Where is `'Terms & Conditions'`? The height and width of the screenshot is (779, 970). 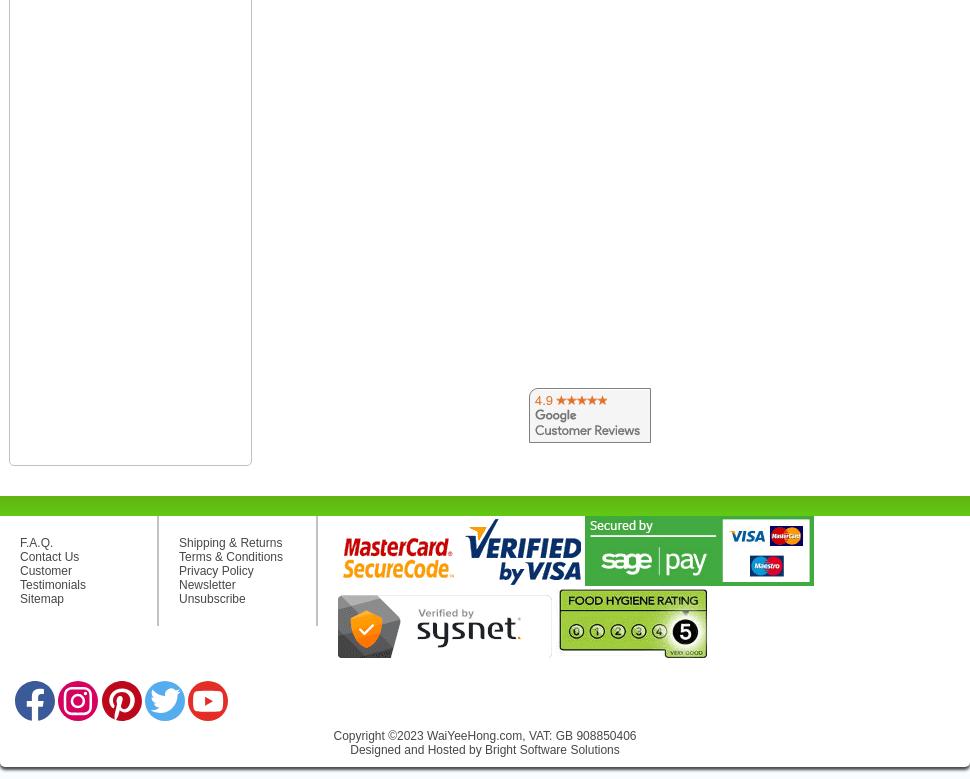 'Terms & Conditions' is located at coordinates (230, 555).